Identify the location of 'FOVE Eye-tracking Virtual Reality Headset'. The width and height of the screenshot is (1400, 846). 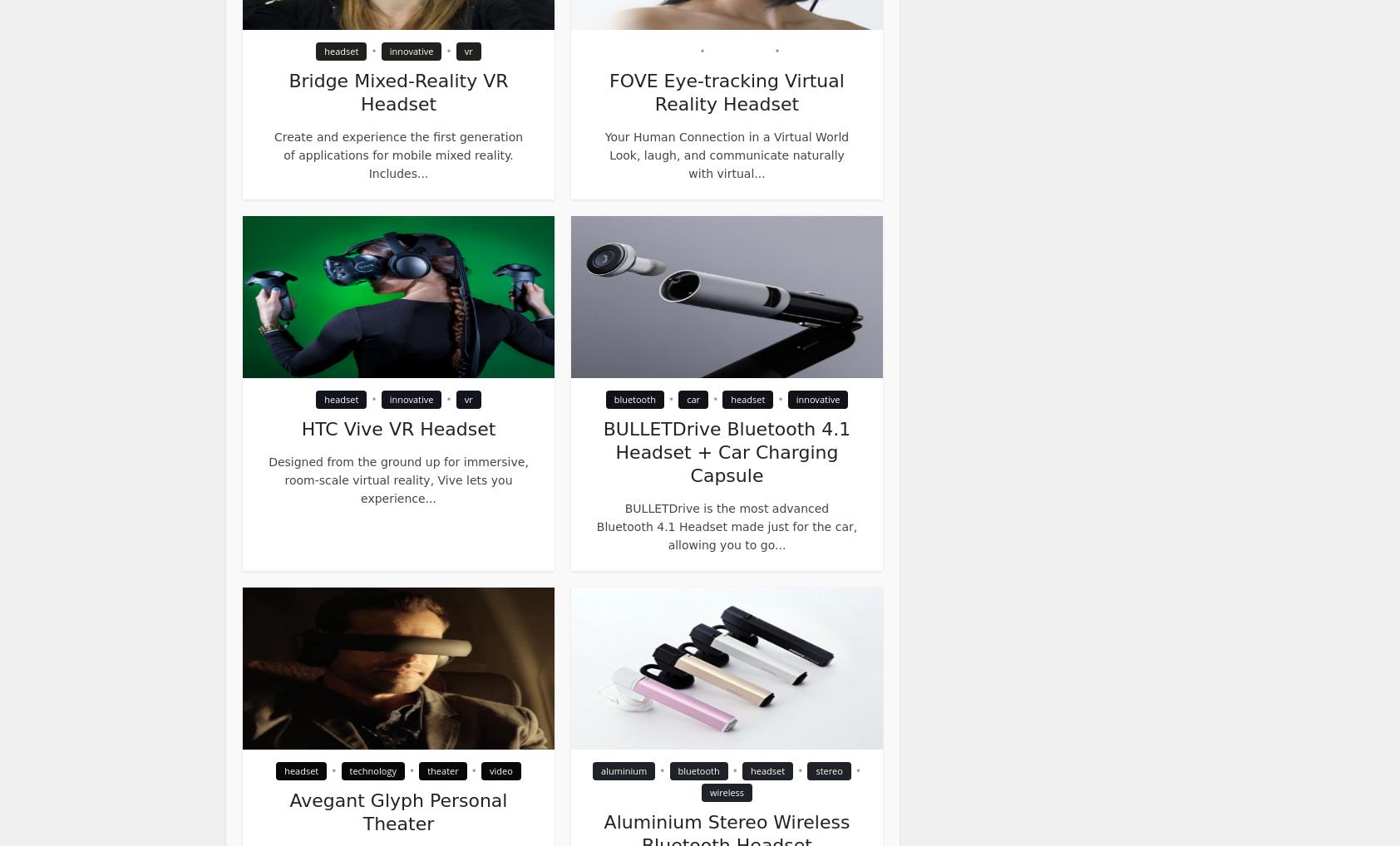
(725, 91).